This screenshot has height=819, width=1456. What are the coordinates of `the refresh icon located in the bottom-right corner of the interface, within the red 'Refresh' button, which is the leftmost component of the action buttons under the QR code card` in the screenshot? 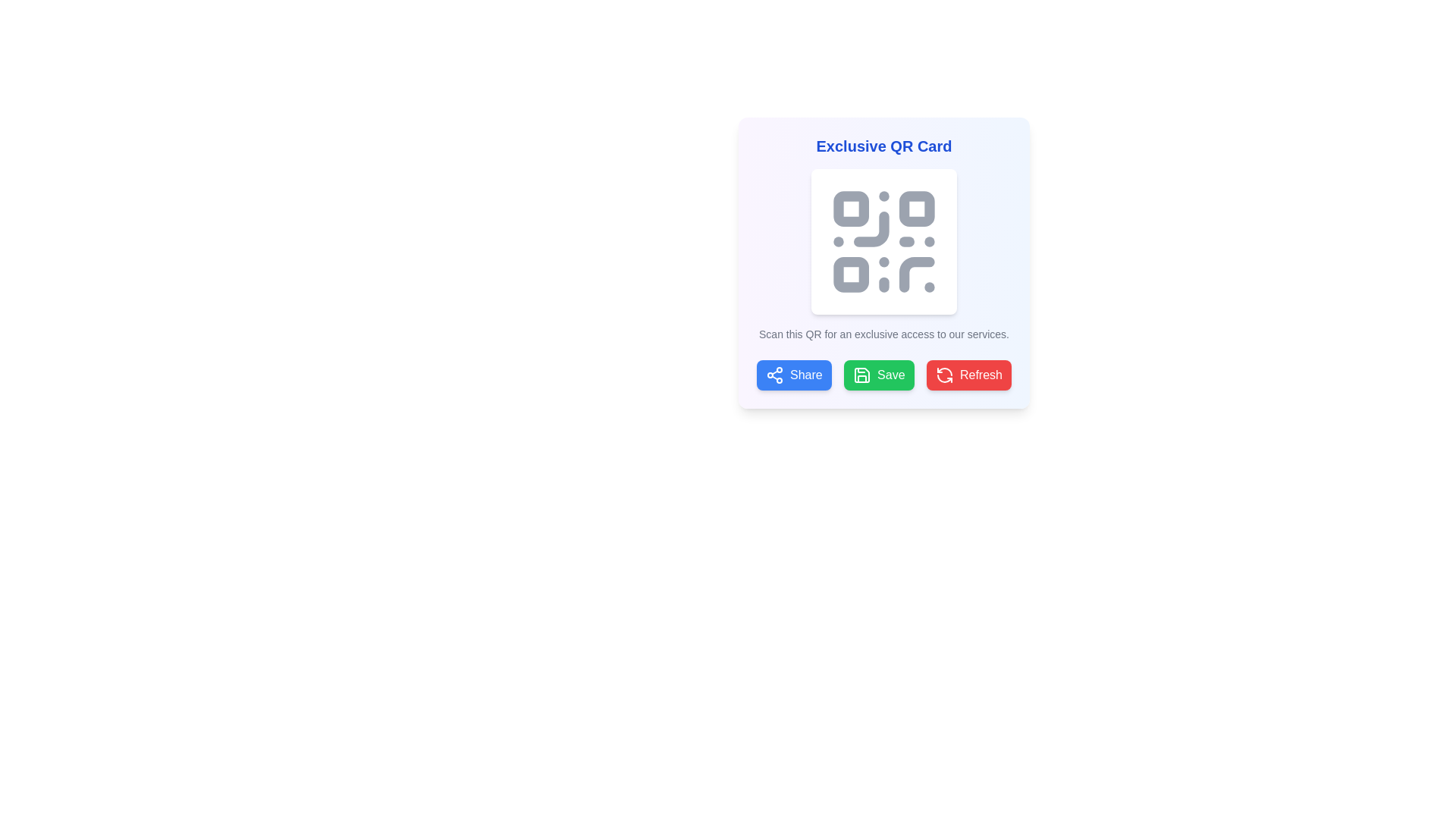 It's located at (943, 375).